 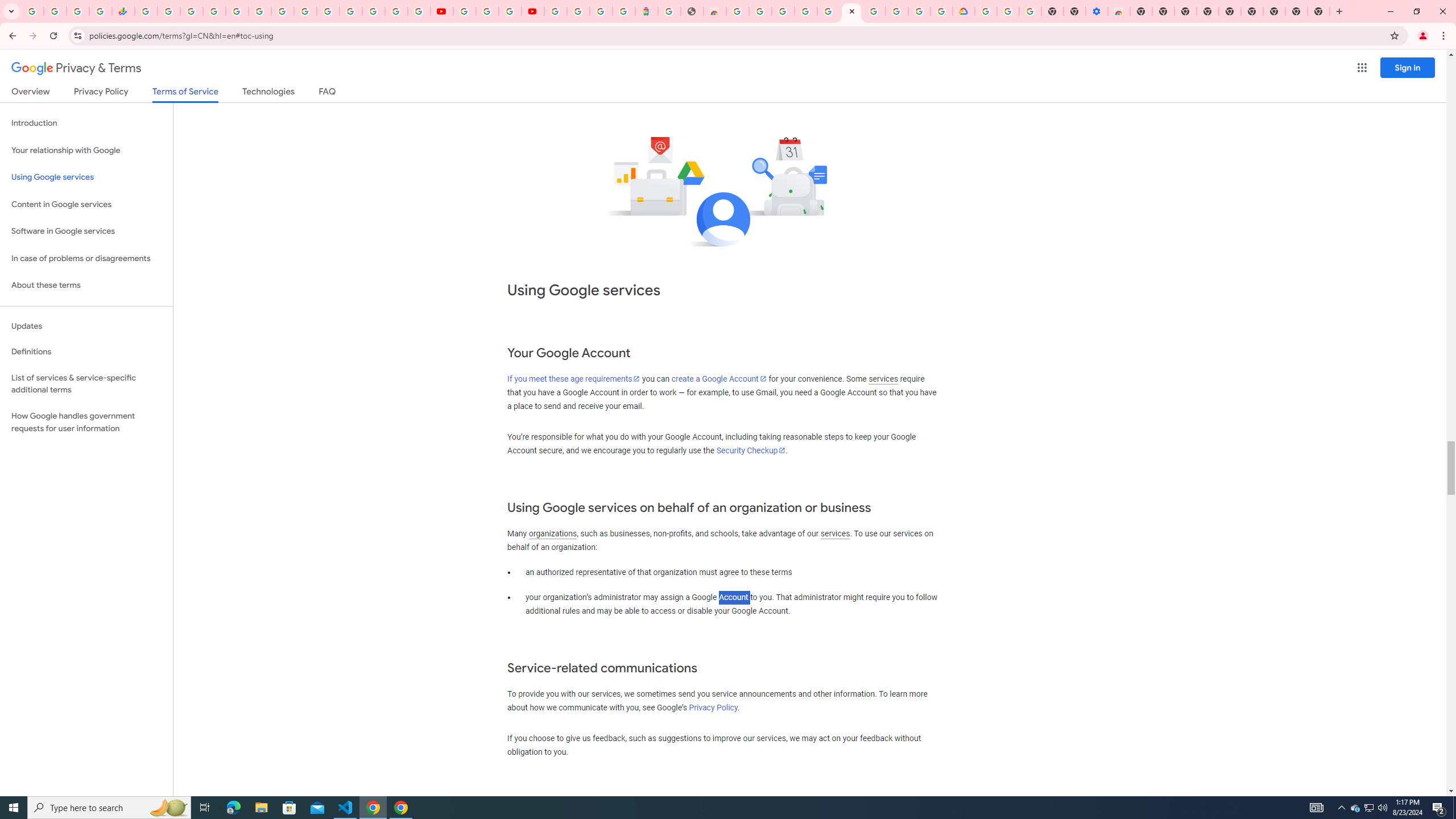 I want to click on 'Privacy Policy', so click(x=713, y=708).